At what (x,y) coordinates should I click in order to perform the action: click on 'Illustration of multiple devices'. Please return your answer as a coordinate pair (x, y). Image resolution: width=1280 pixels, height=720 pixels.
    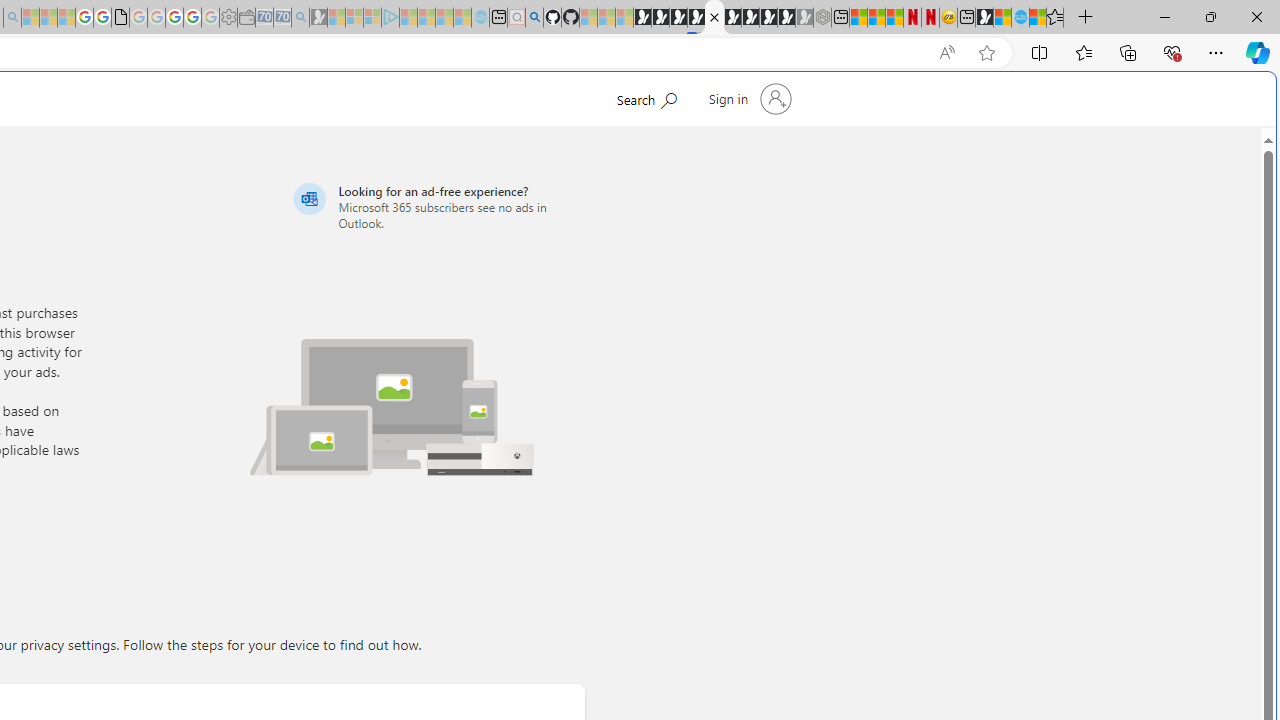
    Looking at the image, I should click on (391, 394).